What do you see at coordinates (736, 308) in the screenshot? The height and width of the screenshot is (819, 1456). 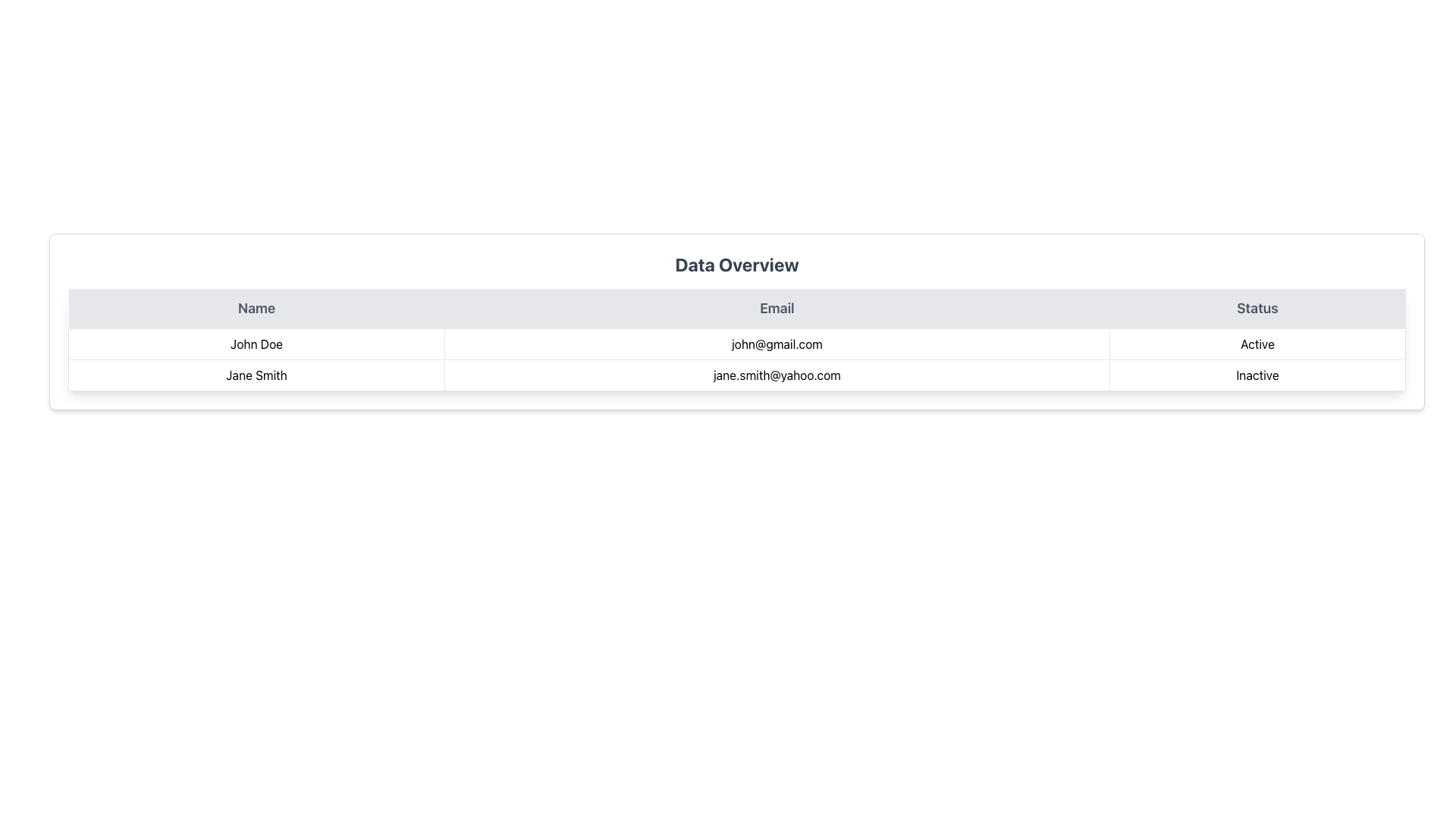 I see `Table Header Row element located at the top of the data table, which features three sections labeled 'Name', 'Email', and 'Status', to understand its structure` at bounding box center [736, 308].